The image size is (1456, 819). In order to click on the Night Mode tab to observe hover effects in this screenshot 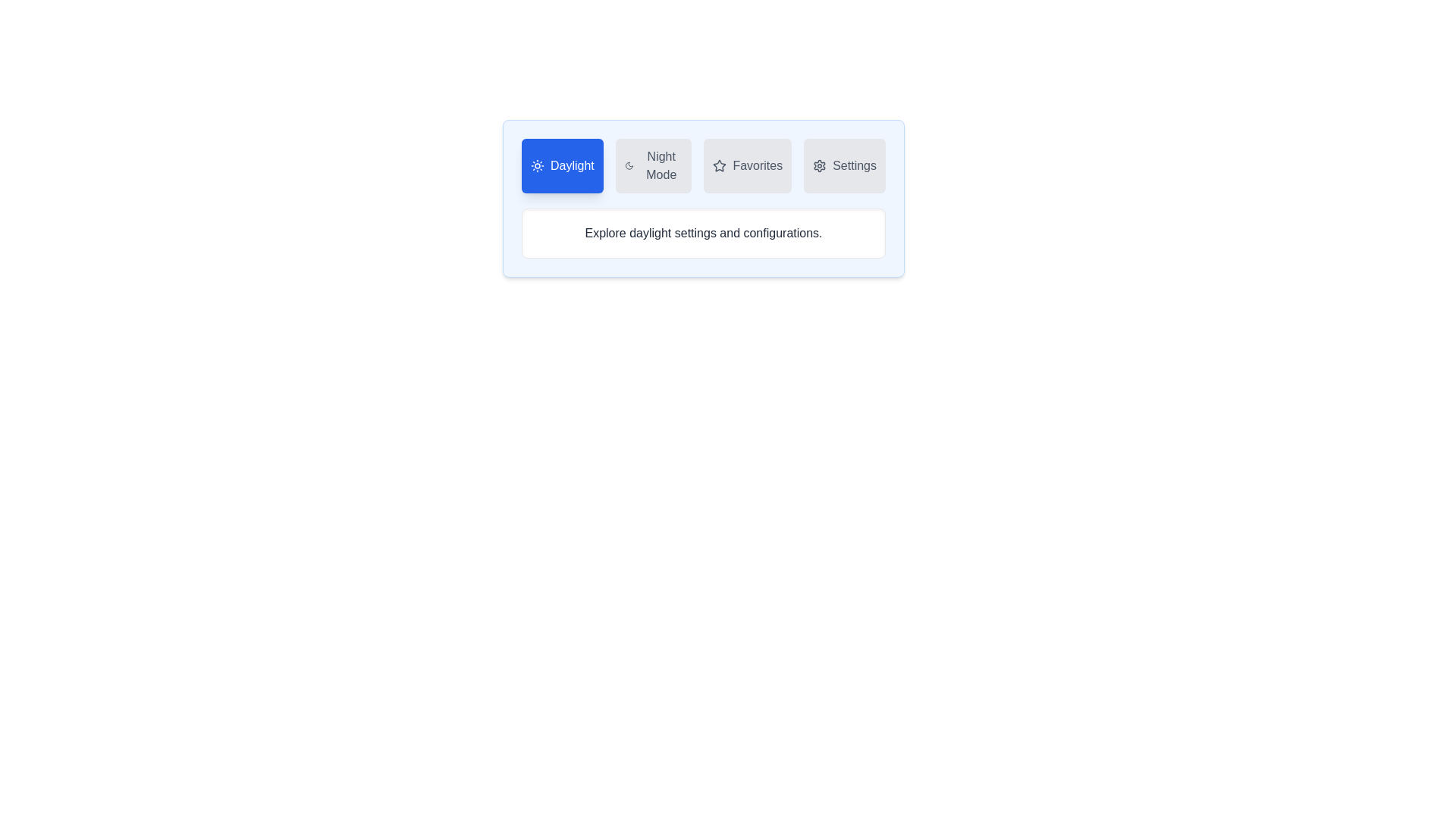, I will do `click(654, 166)`.